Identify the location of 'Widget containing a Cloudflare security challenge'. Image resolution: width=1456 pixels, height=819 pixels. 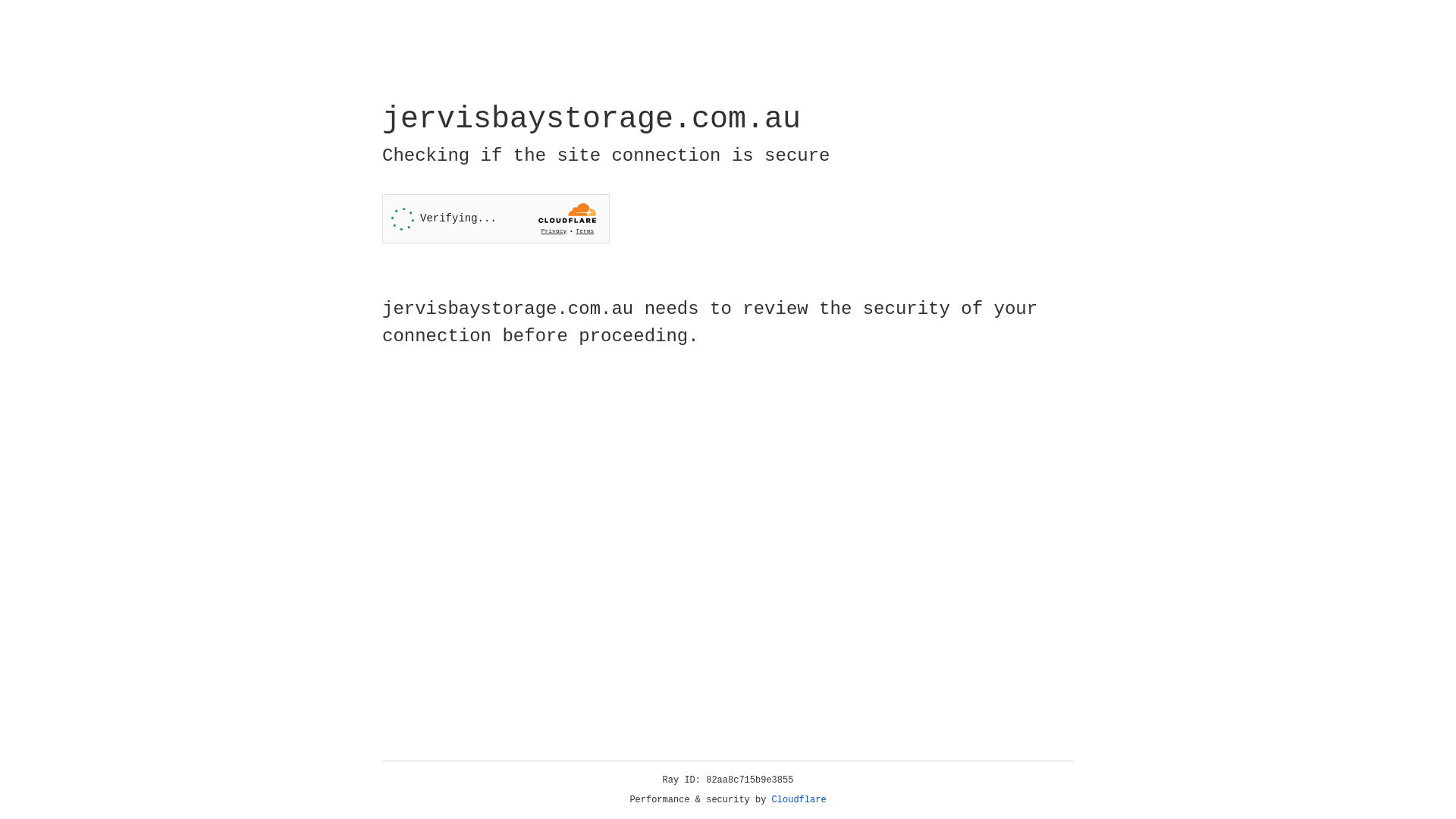
(495, 218).